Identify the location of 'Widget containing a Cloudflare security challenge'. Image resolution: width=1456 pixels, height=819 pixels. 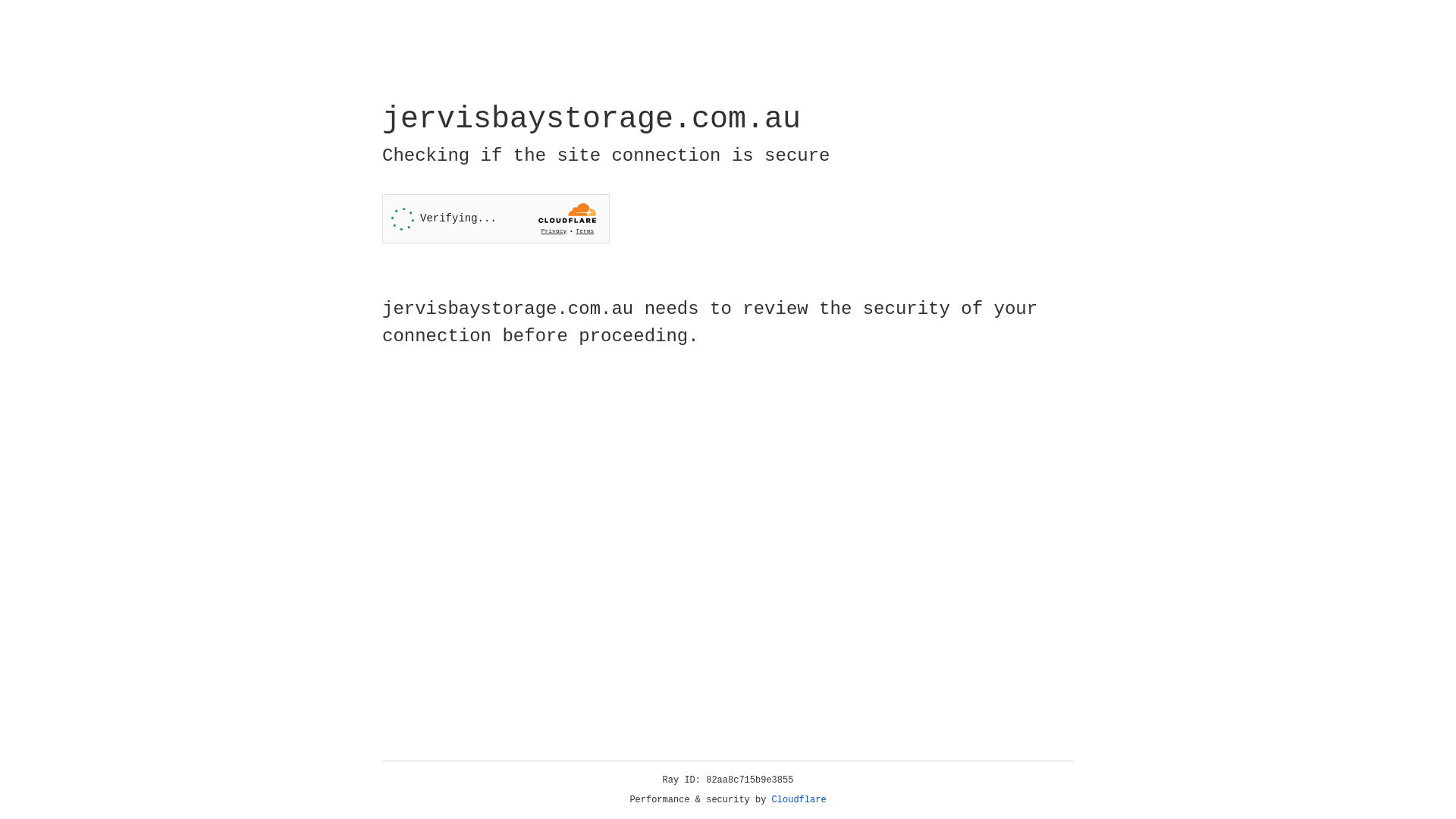
(495, 218).